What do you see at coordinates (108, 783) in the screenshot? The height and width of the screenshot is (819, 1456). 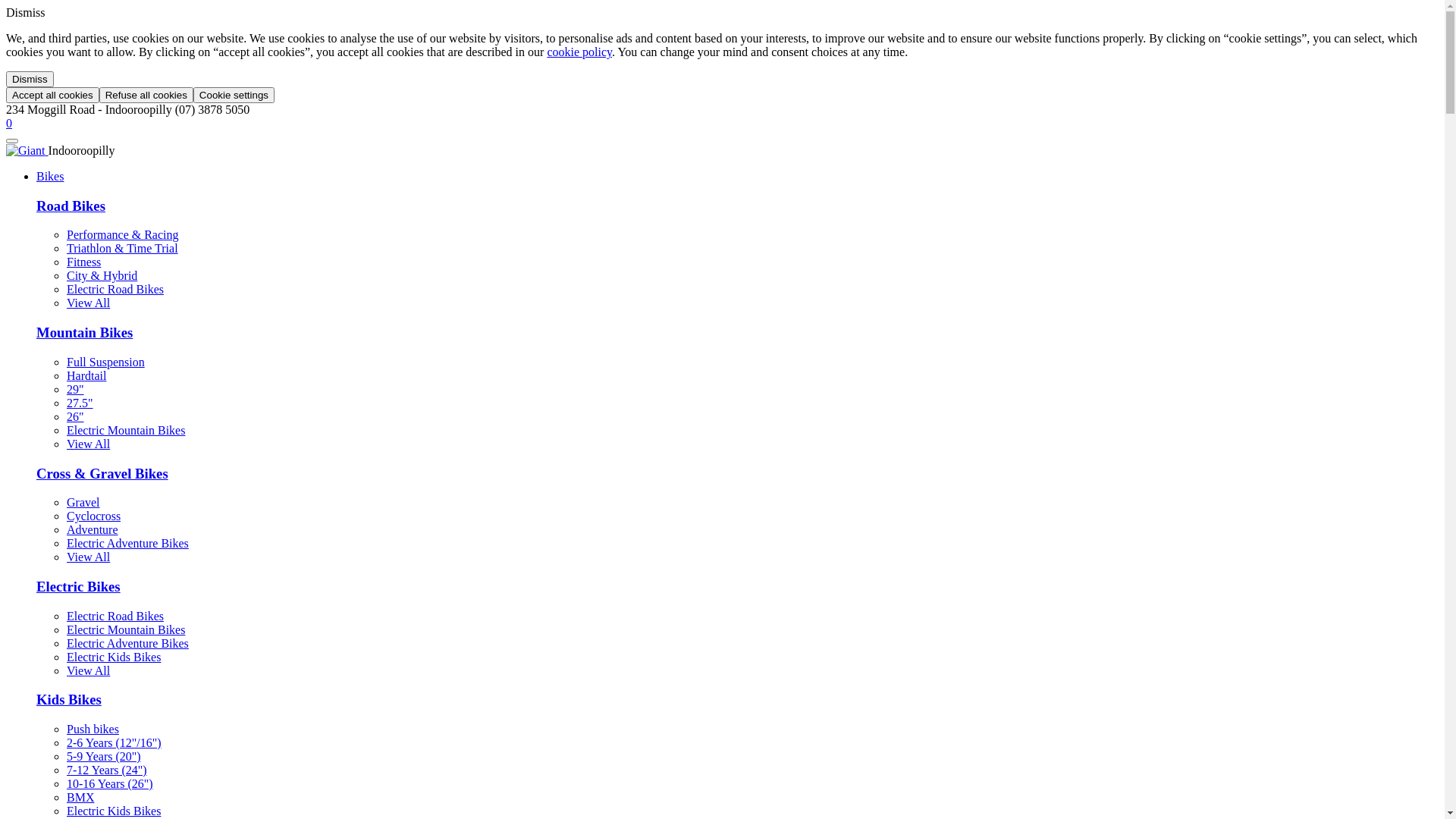 I see `'10-16 Years (26")'` at bounding box center [108, 783].